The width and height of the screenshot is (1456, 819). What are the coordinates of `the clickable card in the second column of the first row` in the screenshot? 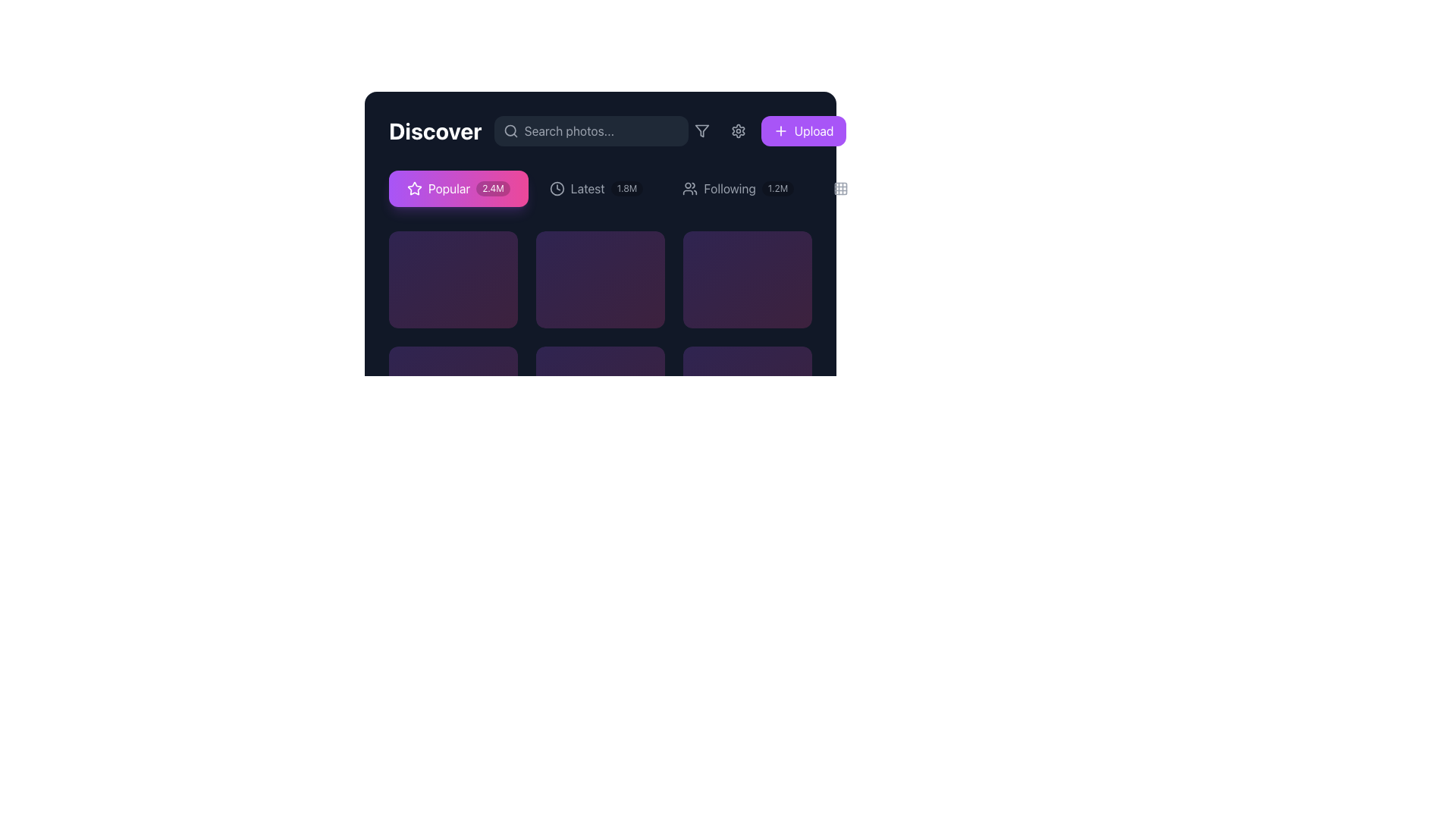 It's located at (600, 278).